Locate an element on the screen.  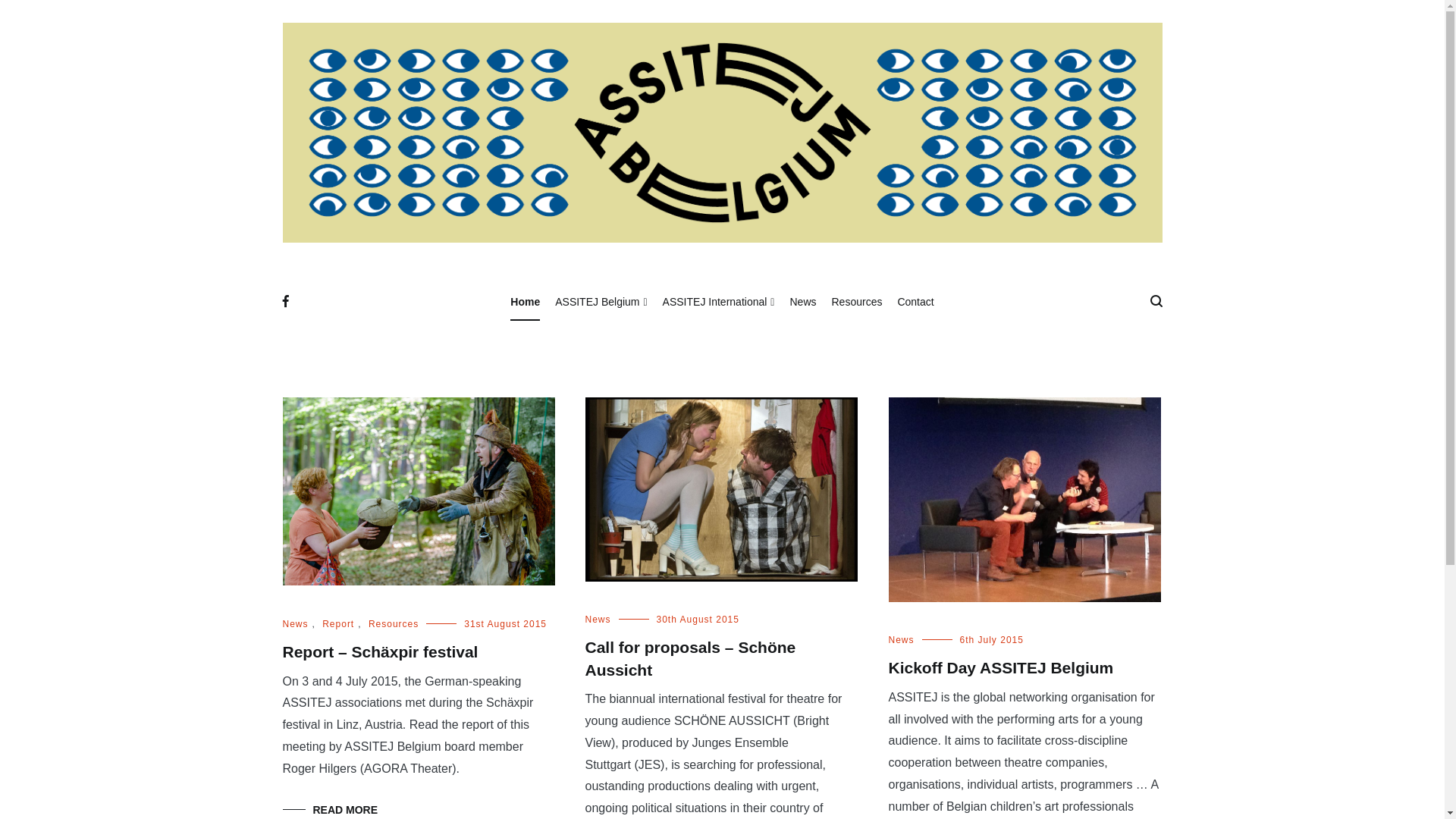
'READ MORE' is located at coordinates (329, 809).